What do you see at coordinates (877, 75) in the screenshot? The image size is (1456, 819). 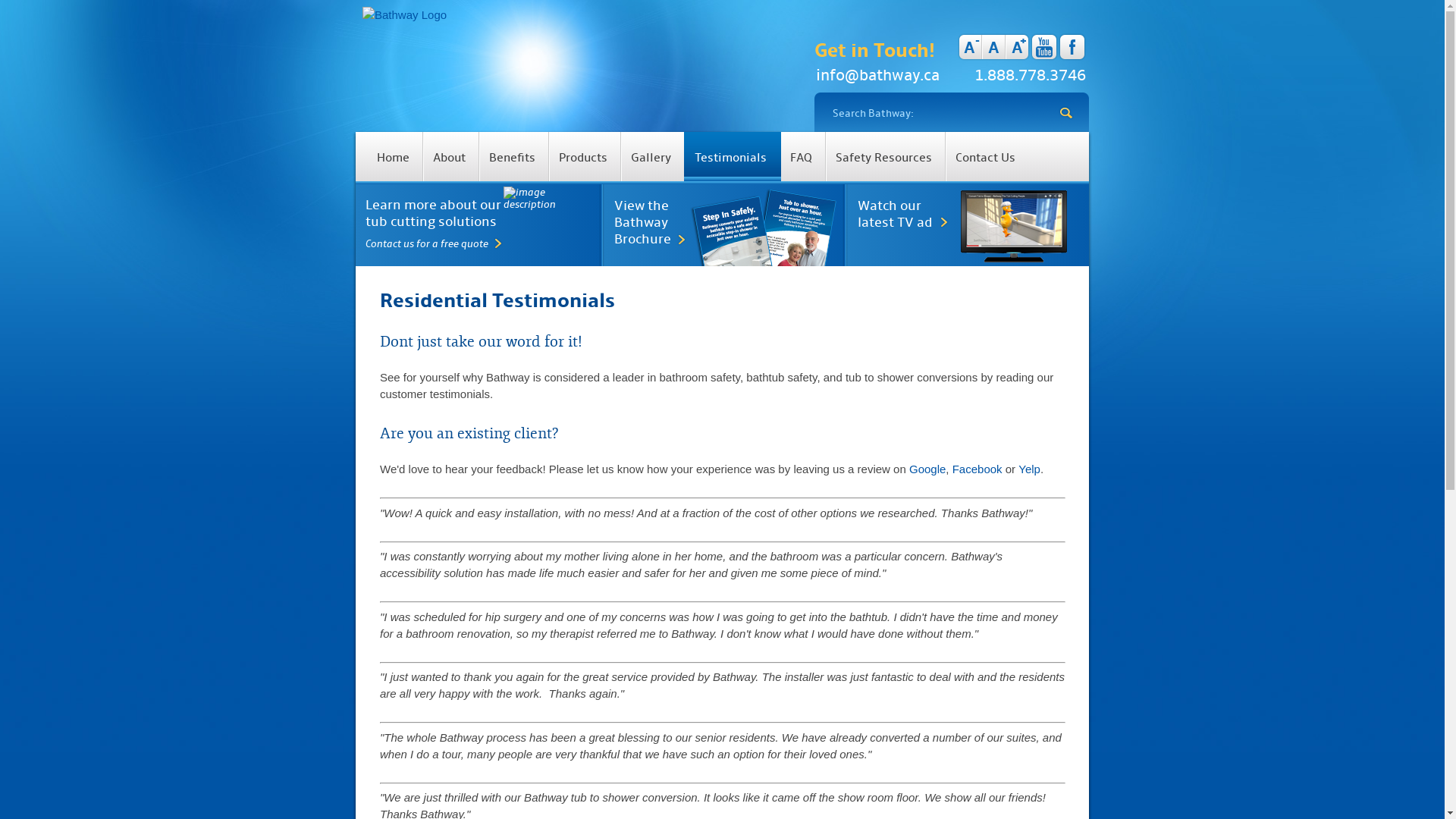 I see `'info@bathway.ca'` at bounding box center [877, 75].